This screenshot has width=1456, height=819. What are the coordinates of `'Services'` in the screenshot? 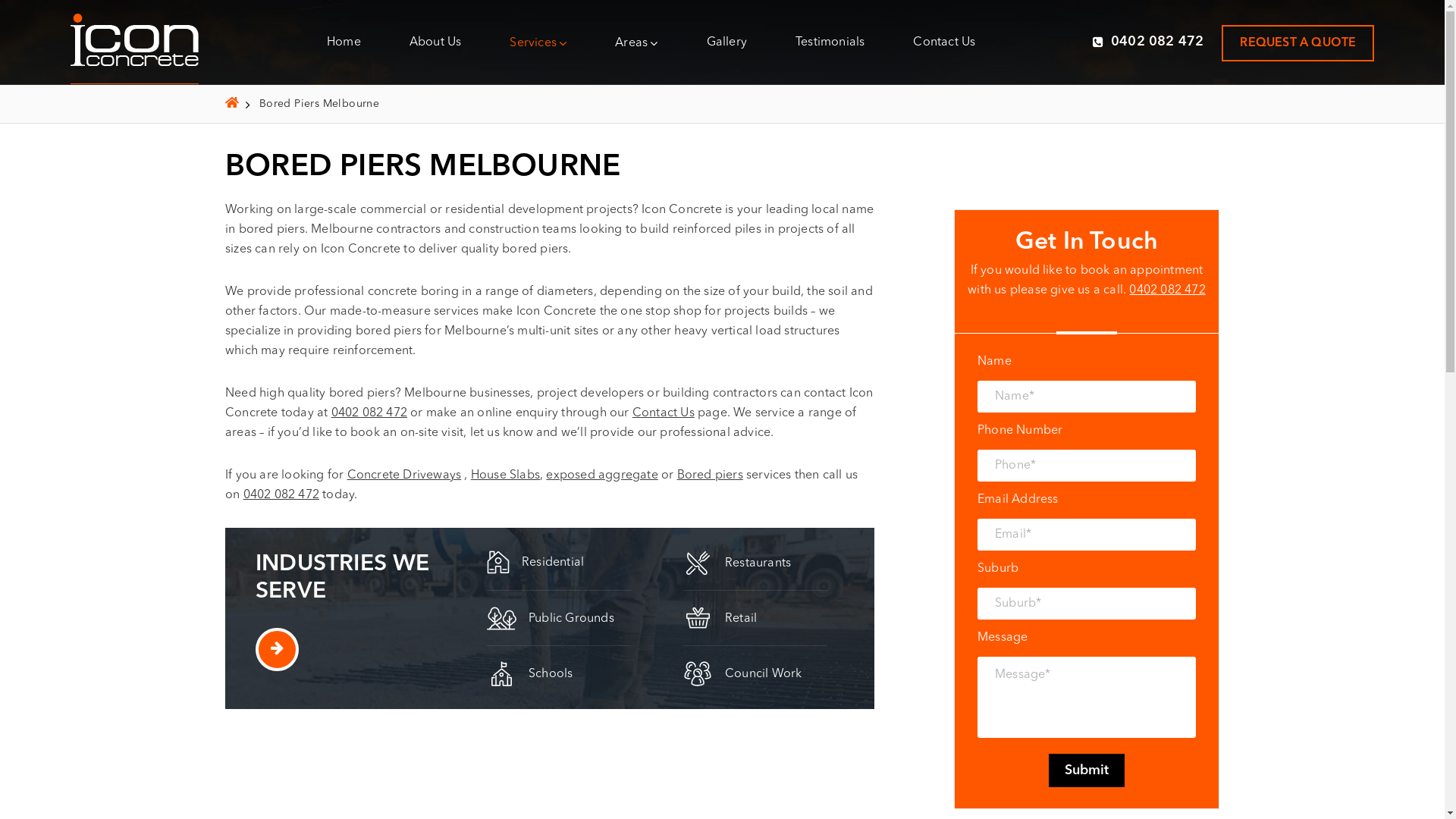 It's located at (538, 42).